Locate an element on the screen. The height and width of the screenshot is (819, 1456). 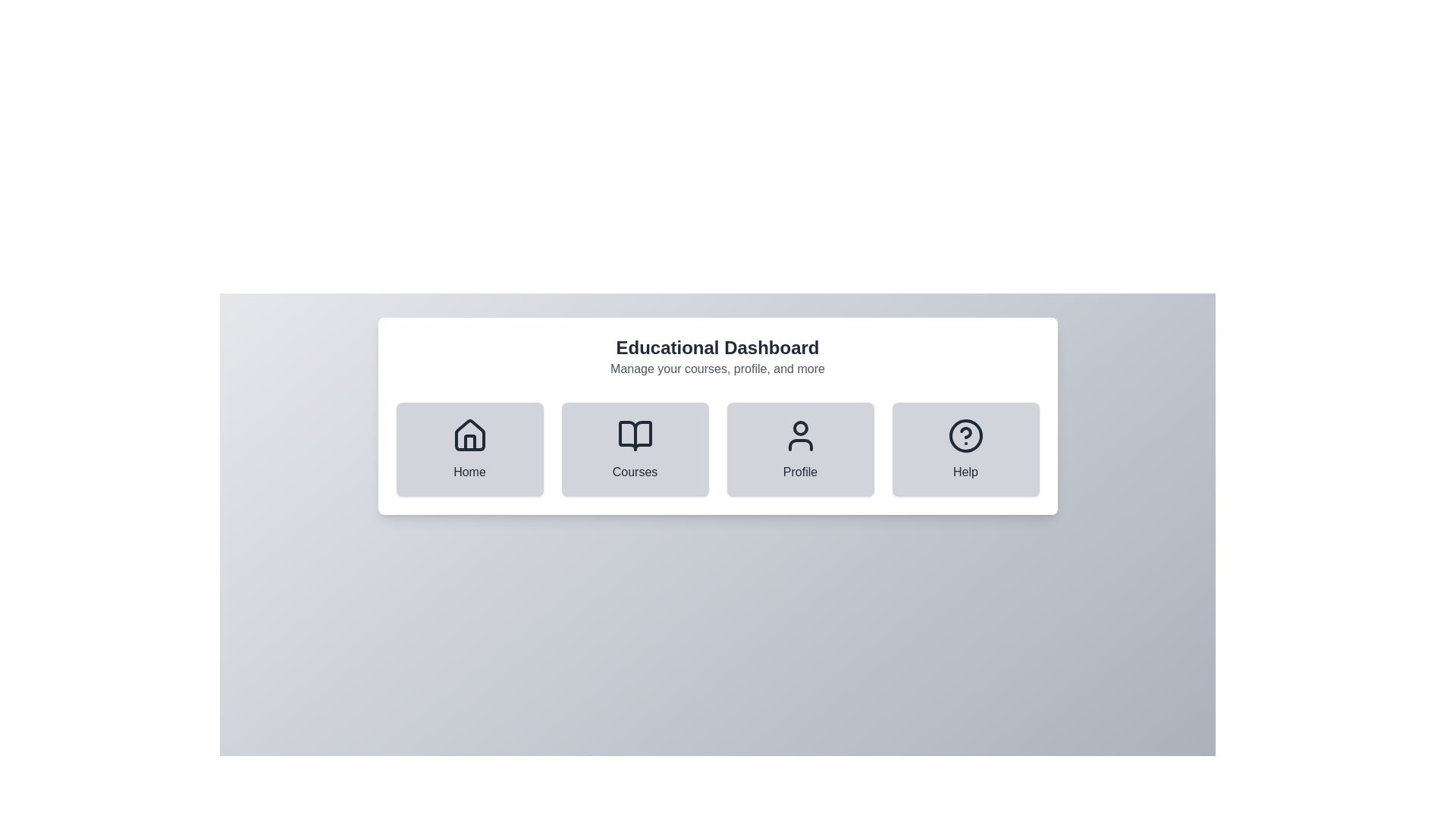
the 'Help' text label, which is styled in gray and indicates interactivity by darkening slightly upon hover, located in the bottom-right section of the dashboard under a question mark icon is located at coordinates (965, 472).